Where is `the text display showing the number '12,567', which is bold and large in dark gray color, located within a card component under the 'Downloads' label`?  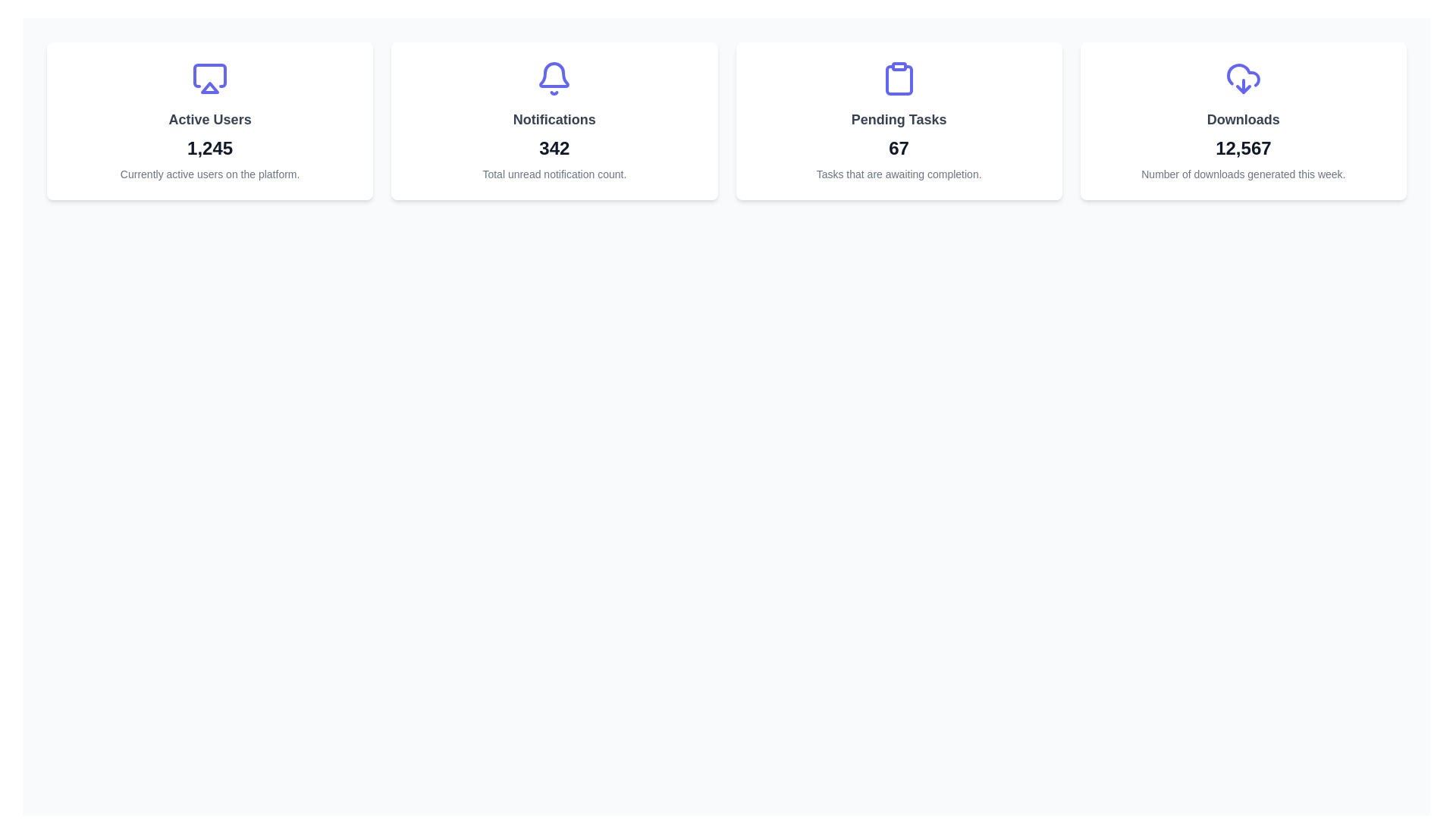
the text display showing the number '12,567', which is bold and large in dark gray color, located within a card component under the 'Downloads' label is located at coordinates (1243, 149).